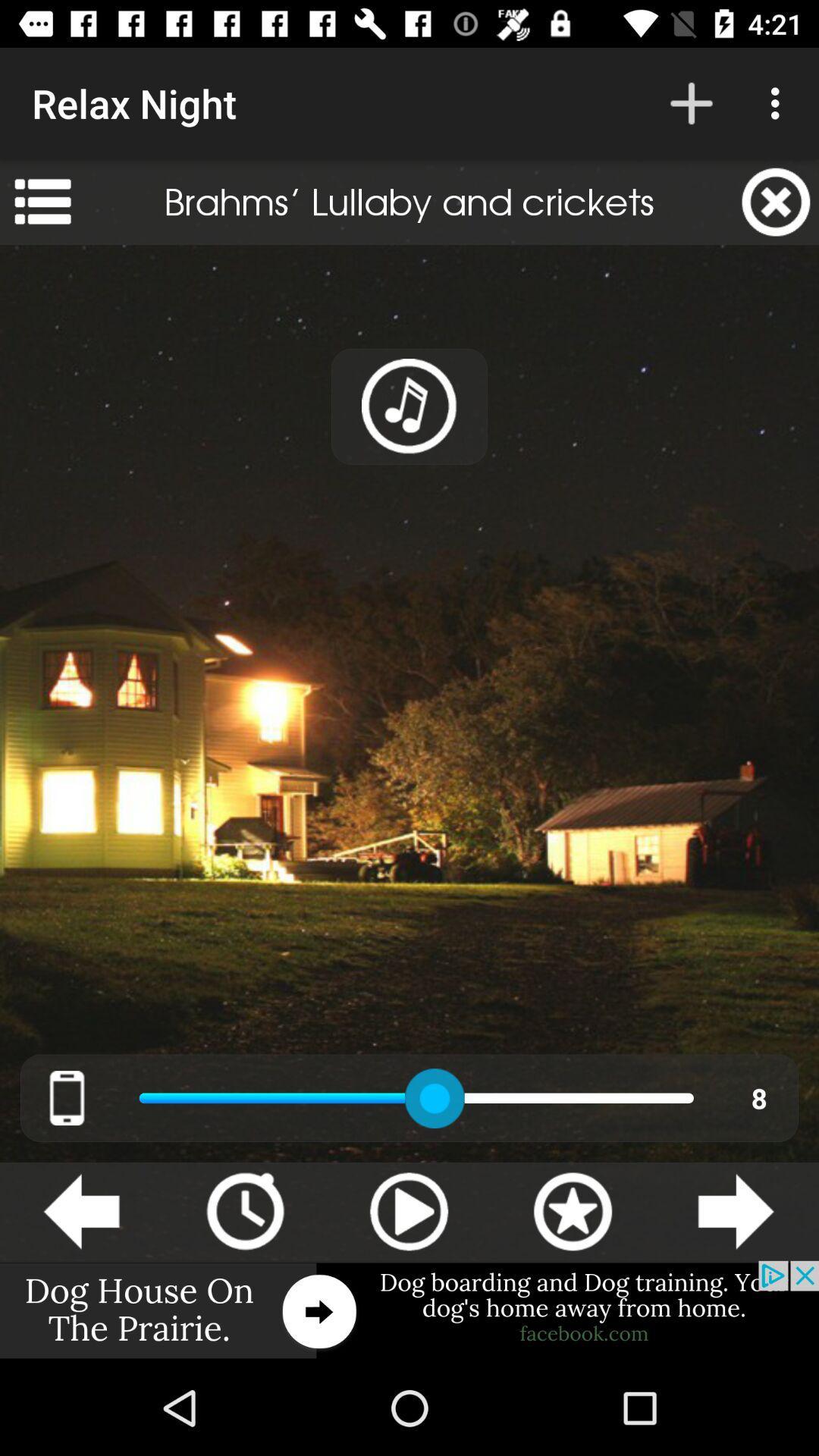  I want to click on the cellphone image, so click(66, 1098).